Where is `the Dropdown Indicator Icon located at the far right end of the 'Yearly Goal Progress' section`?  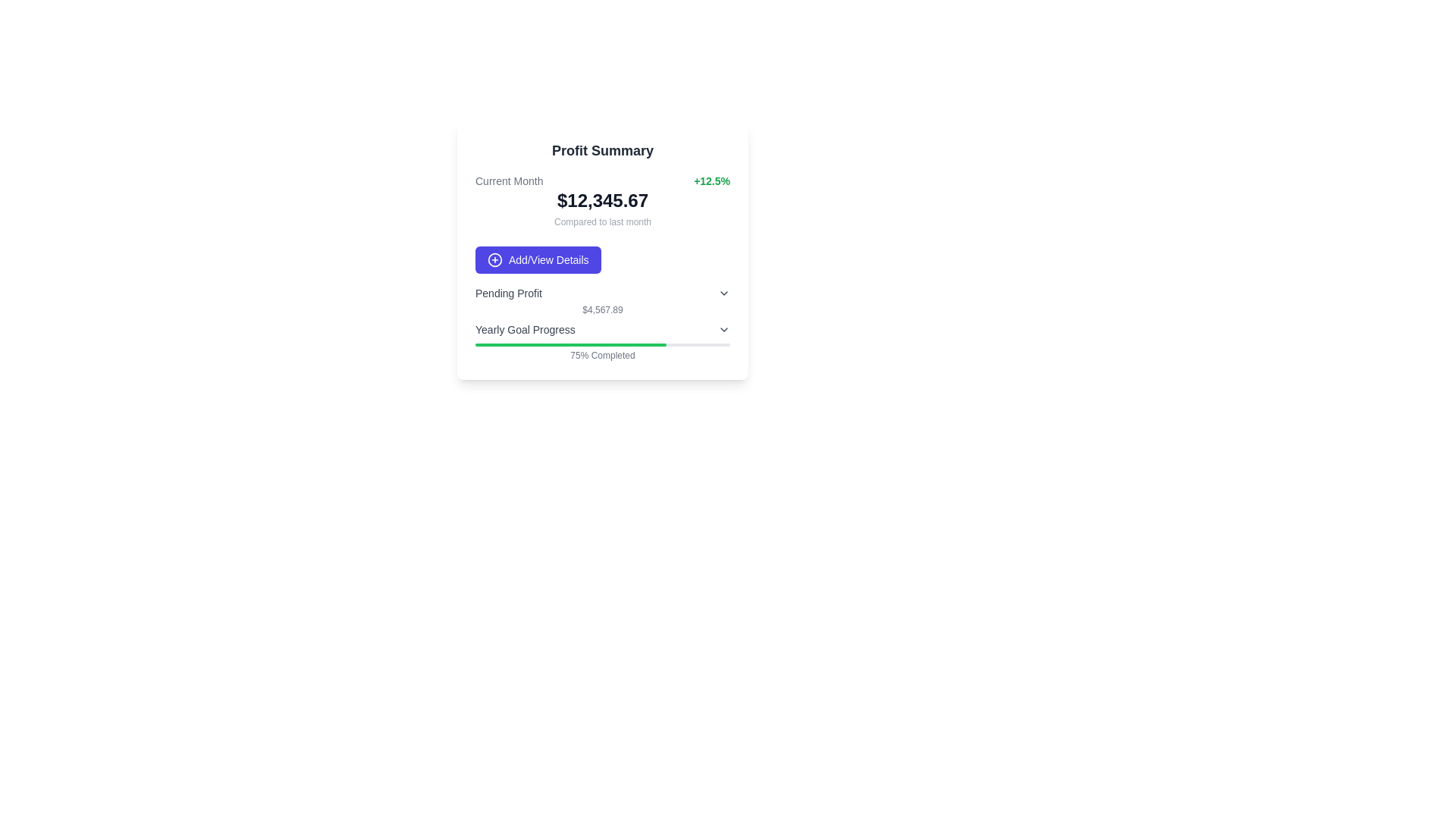 the Dropdown Indicator Icon located at the far right end of the 'Yearly Goal Progress' section is located at coordinates (723, 329).